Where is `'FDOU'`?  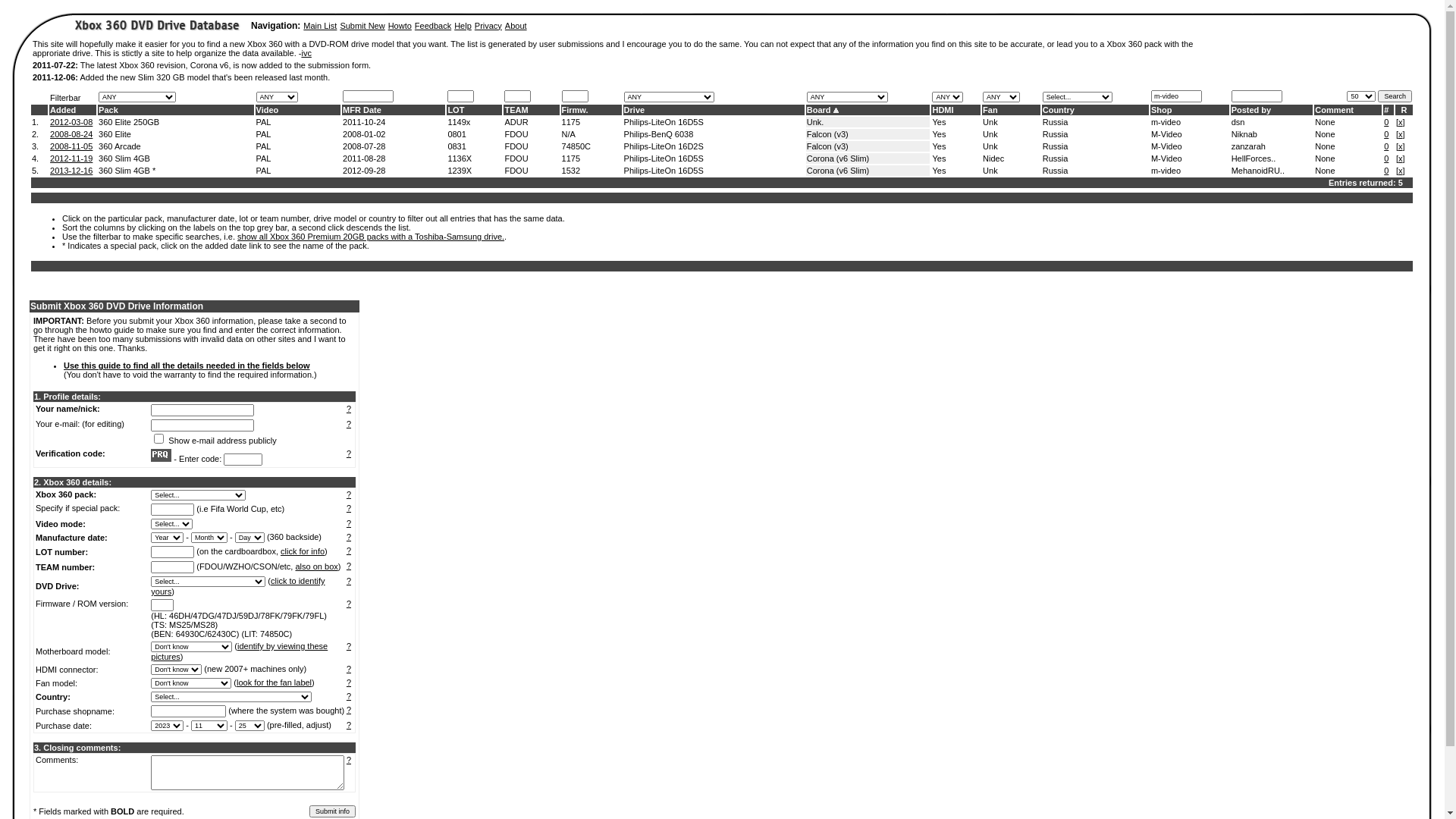 'FDOU' is located at coordinates (516, 158).